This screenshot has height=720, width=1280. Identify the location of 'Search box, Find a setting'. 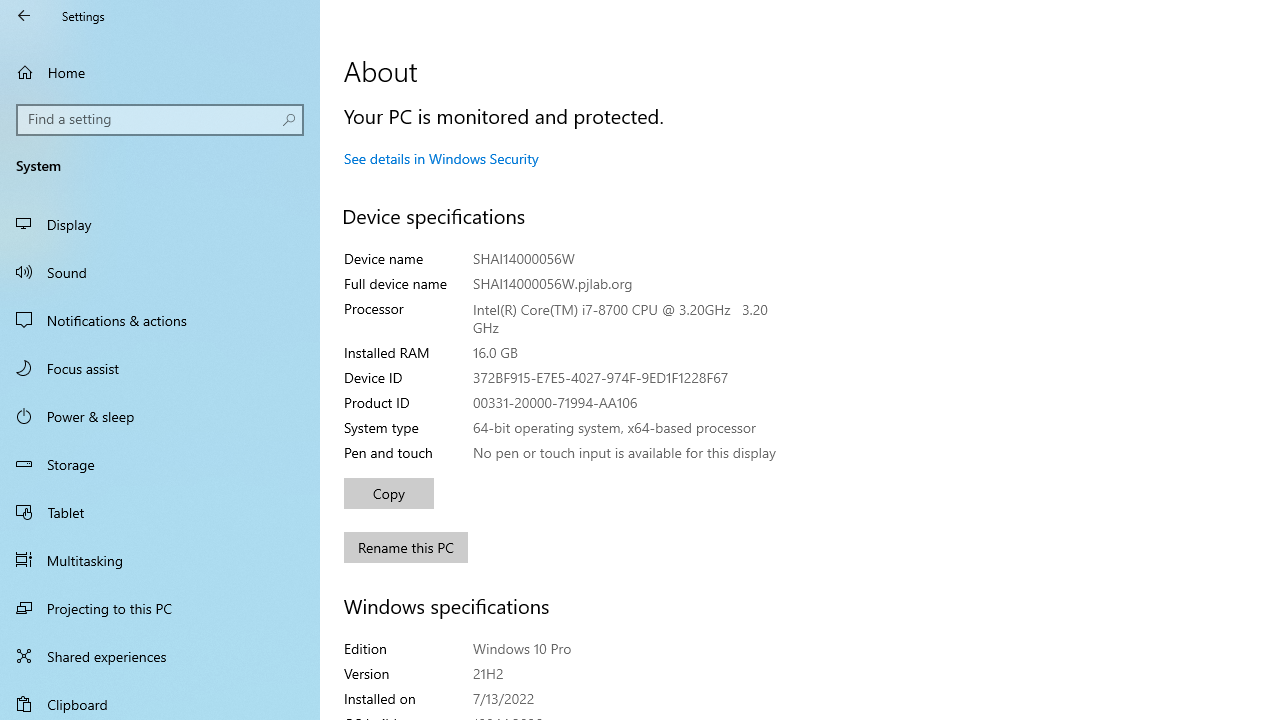
(160, 119).